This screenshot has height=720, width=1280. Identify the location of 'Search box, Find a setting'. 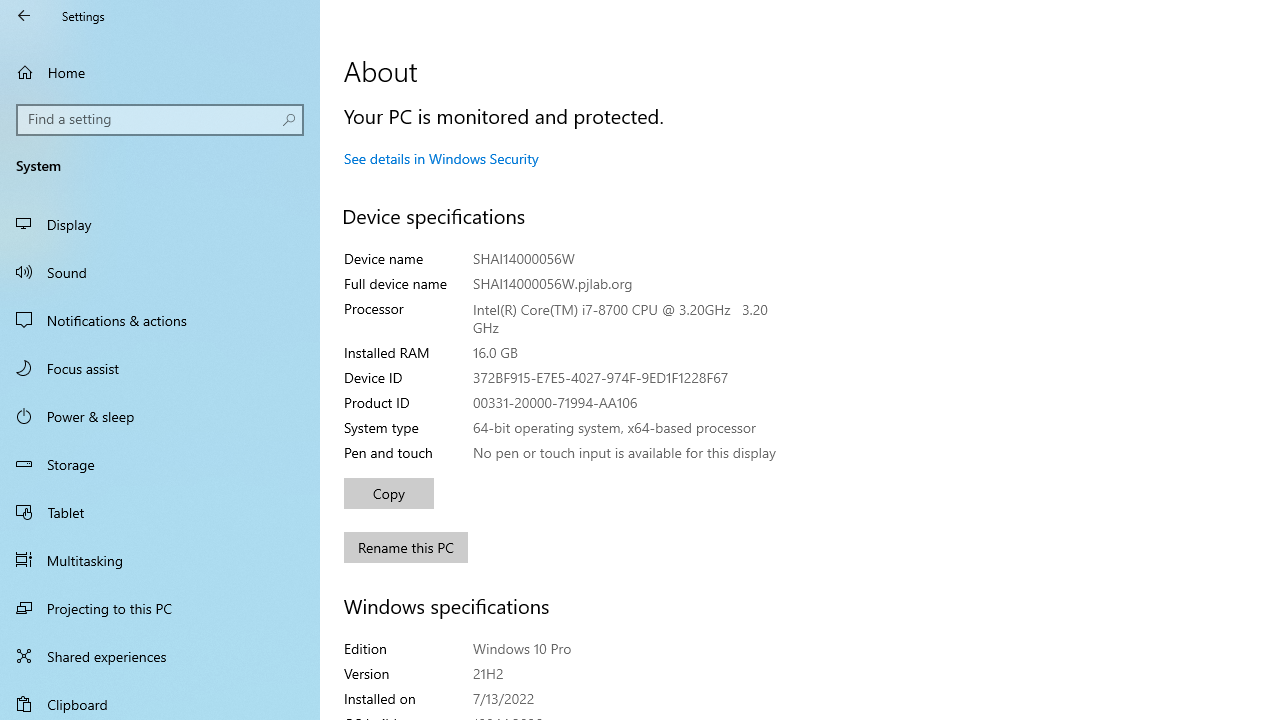
(160, 119).